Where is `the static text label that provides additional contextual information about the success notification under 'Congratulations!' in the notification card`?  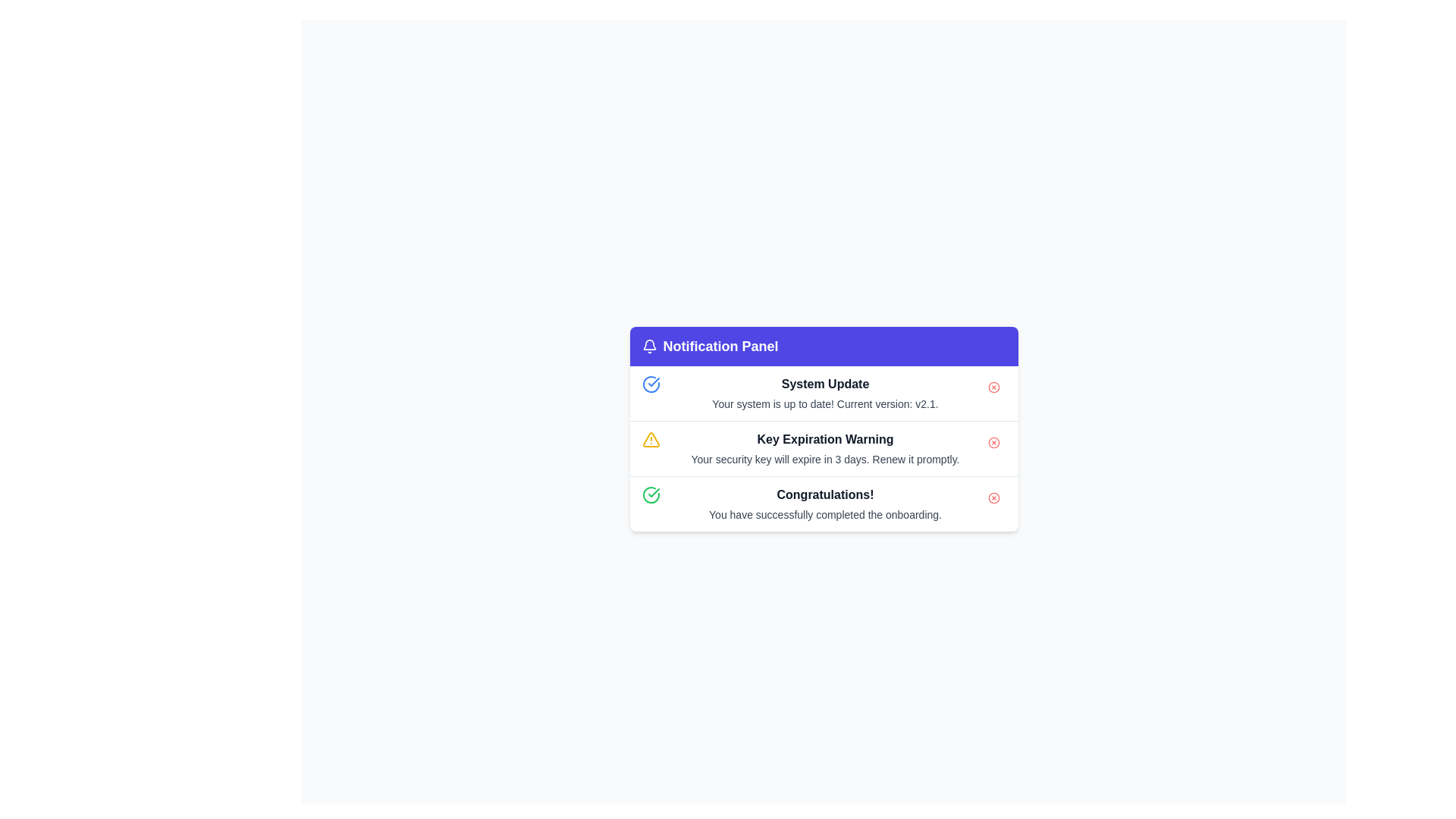 the static text label that provides additional contextual information about the success notification under 'Congratulations!' in the notification card is located at coordinates (824, 513).